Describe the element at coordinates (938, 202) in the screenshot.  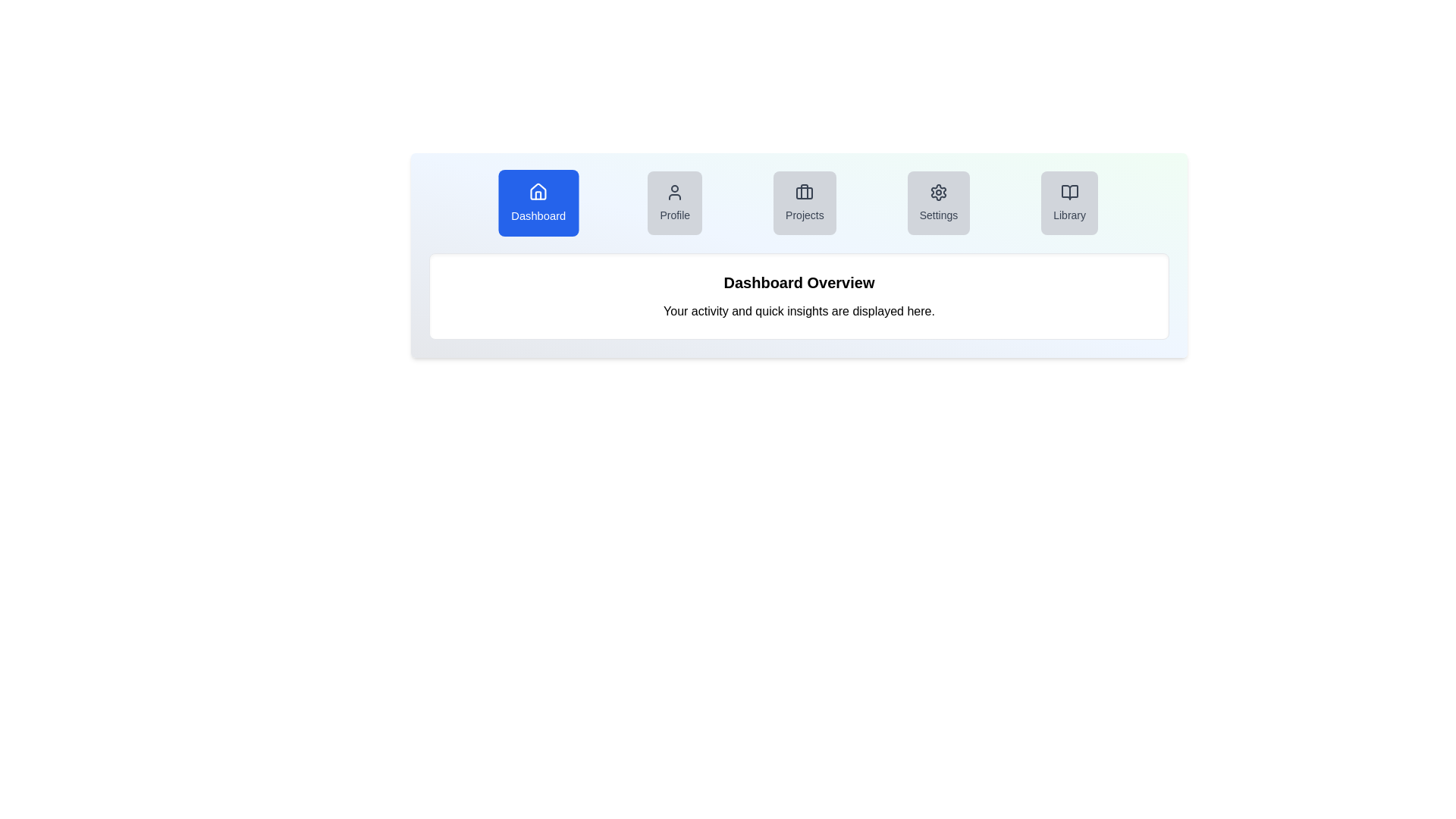
I see `the settings button located in the main navigation bar, which is the fourth button among 'Dashboard', 'Profile', 'Projects', and 'Library'` at that location.